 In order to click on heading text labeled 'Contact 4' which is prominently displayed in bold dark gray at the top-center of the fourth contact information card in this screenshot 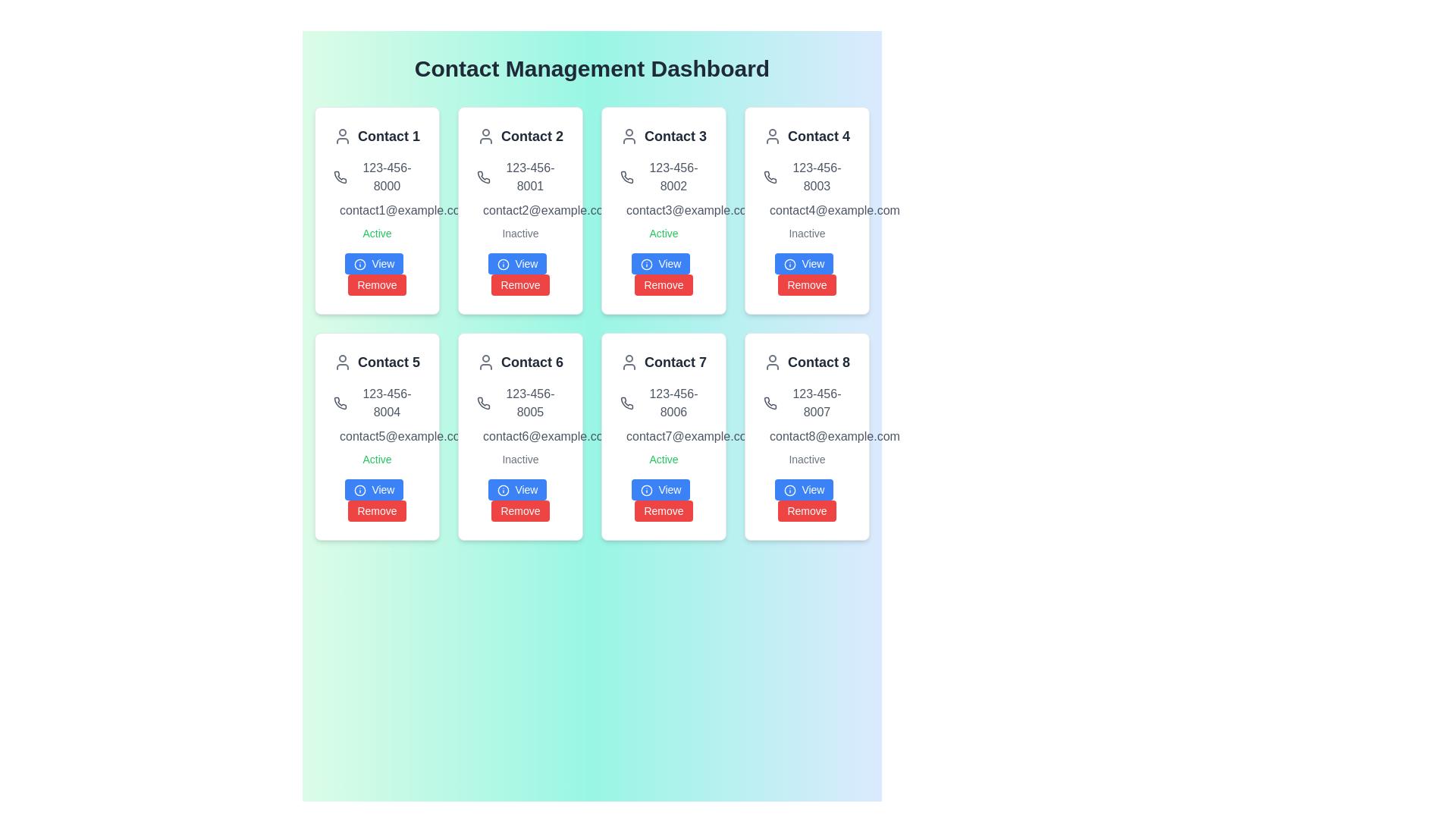, I will do `click(818, 136)`.